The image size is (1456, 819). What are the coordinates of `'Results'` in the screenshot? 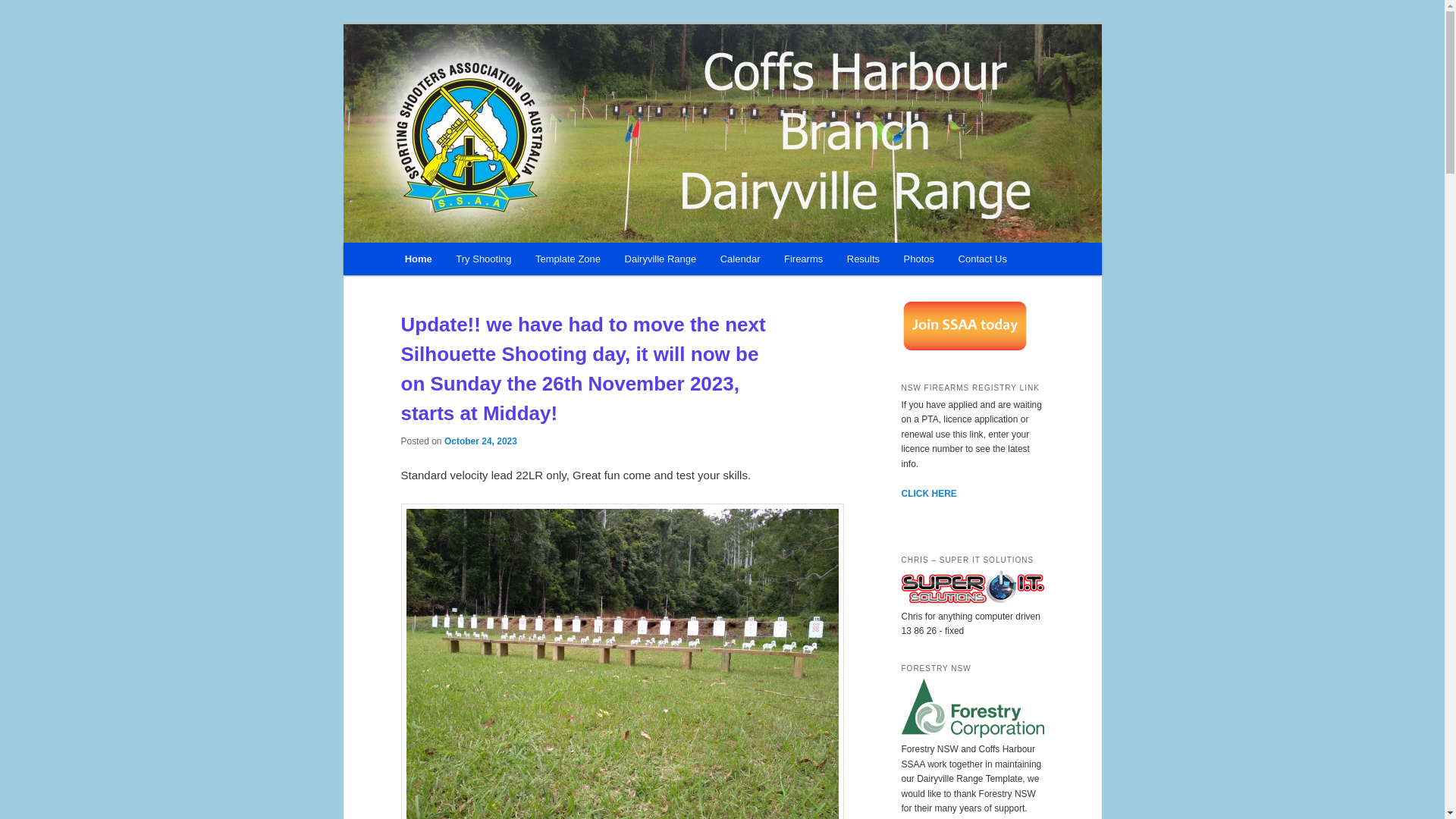 It's located at (863, 258).